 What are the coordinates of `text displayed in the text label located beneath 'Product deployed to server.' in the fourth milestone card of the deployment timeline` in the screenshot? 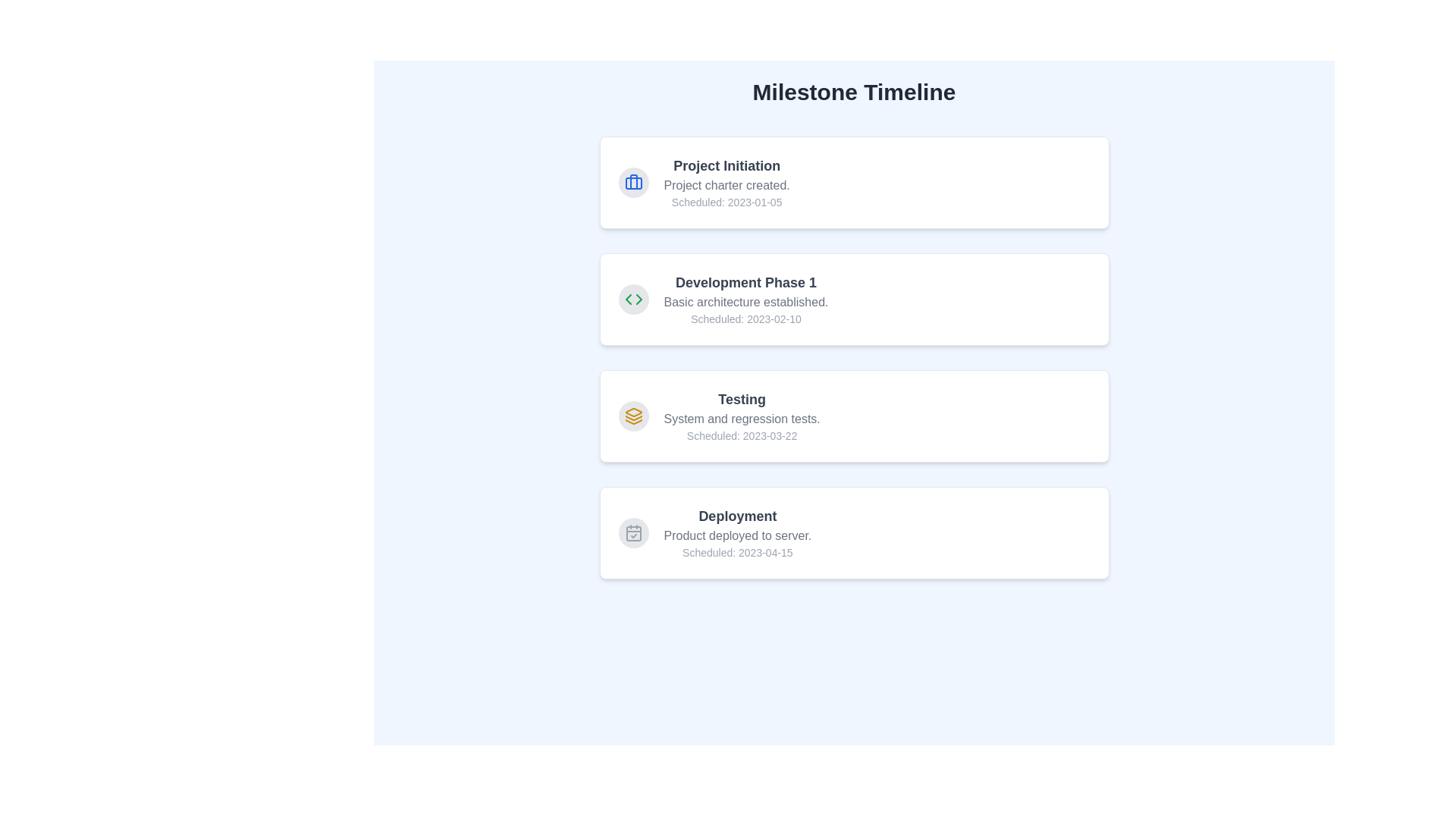 It's located at (737, 553).